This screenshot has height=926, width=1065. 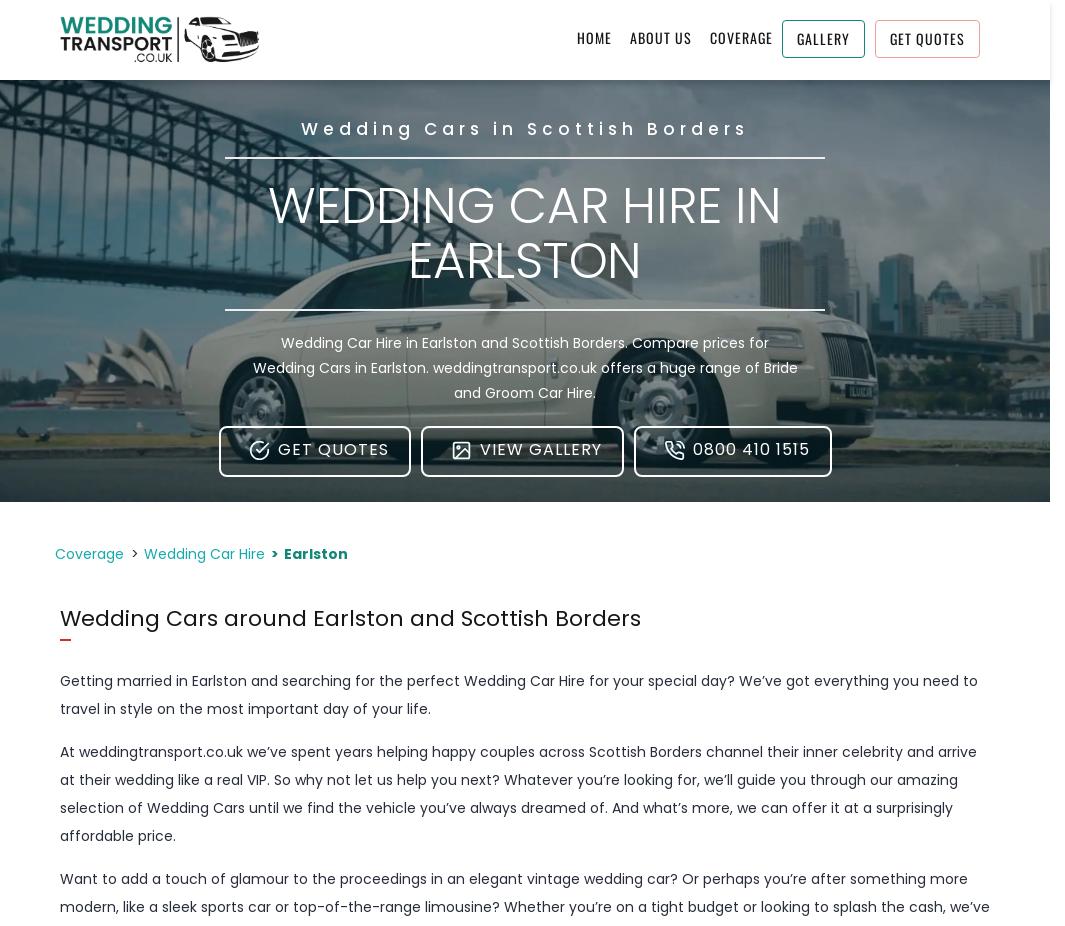 I want to click on 'Wedding Car Hire in Earlston and Scottish Borders. Compare prices for Wedding Cars in Earlston. weddingtransport.co.uk offers a huge range of Bride and Groom Car Hire.', so click(x=250, y=367).